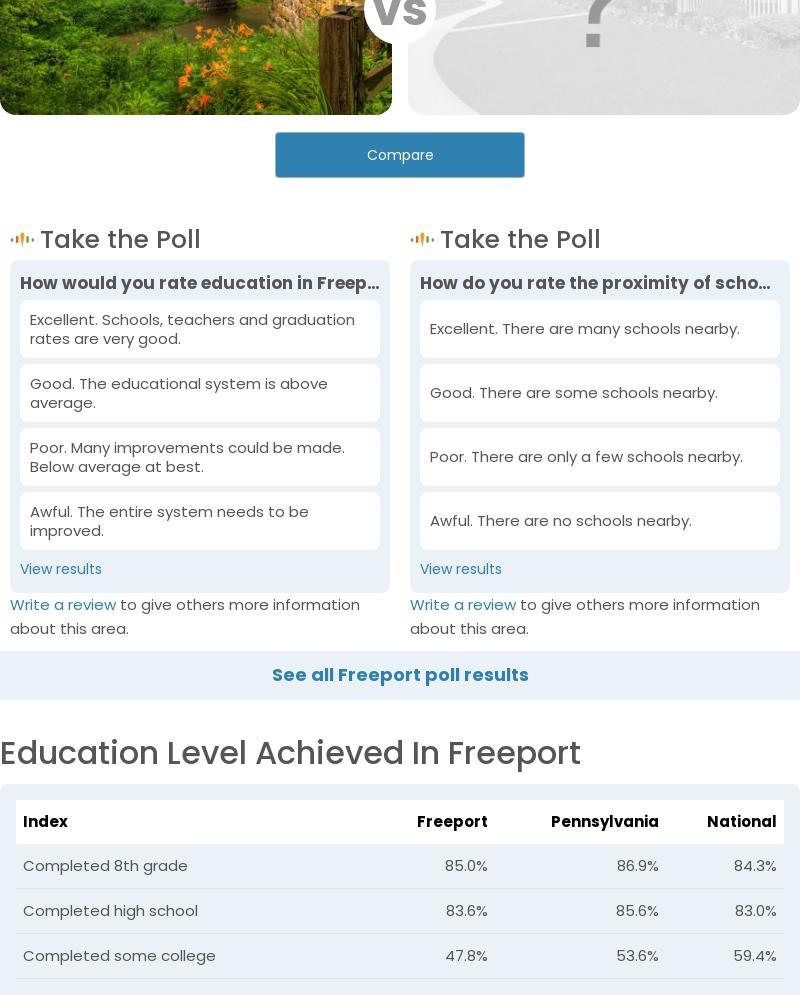  Describe the element at coordinates (592, 591) in the screenshot. I see `'East Vandergrift'` at that location.